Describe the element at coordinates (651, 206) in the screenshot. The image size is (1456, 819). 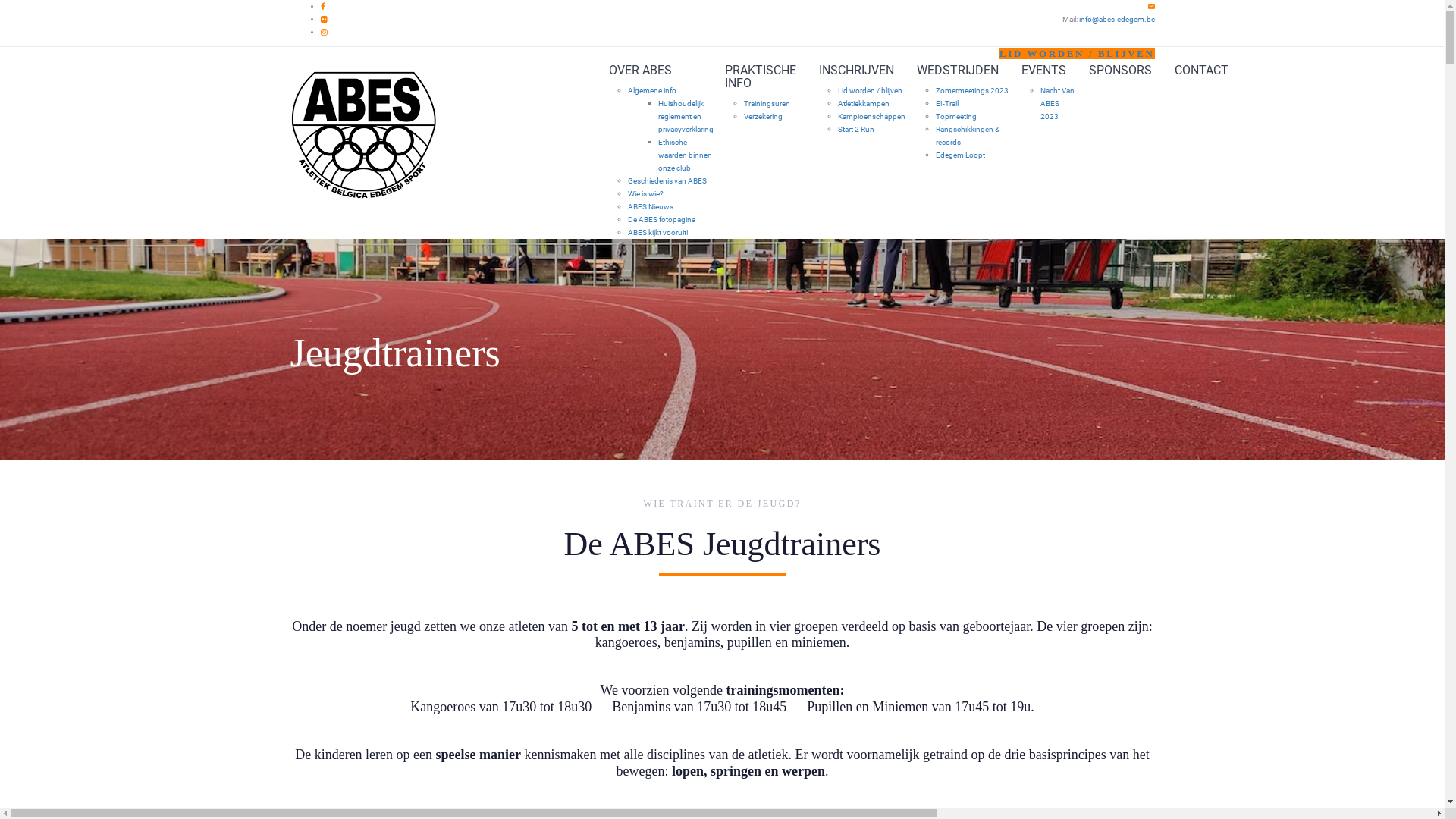
I see `'ABES Nieuws'` at that location.